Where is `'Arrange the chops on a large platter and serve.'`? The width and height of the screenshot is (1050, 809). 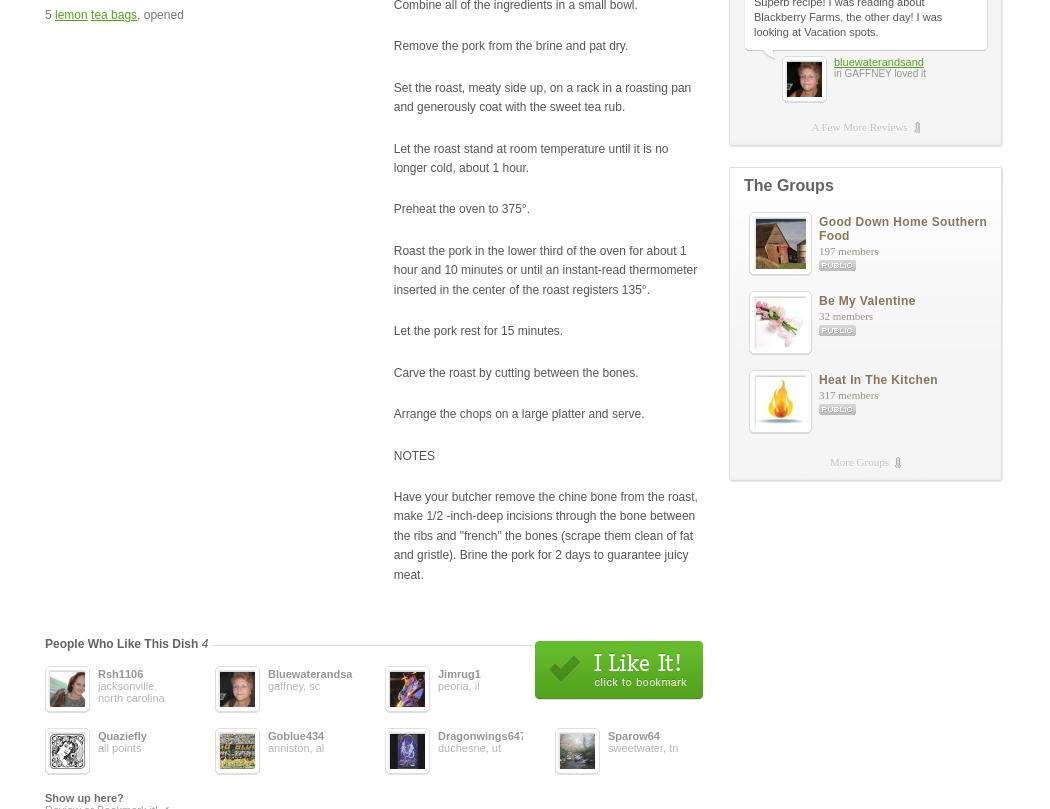
'Arrange the chops on a large platter and serve.' is located at coordinates (517, 412).